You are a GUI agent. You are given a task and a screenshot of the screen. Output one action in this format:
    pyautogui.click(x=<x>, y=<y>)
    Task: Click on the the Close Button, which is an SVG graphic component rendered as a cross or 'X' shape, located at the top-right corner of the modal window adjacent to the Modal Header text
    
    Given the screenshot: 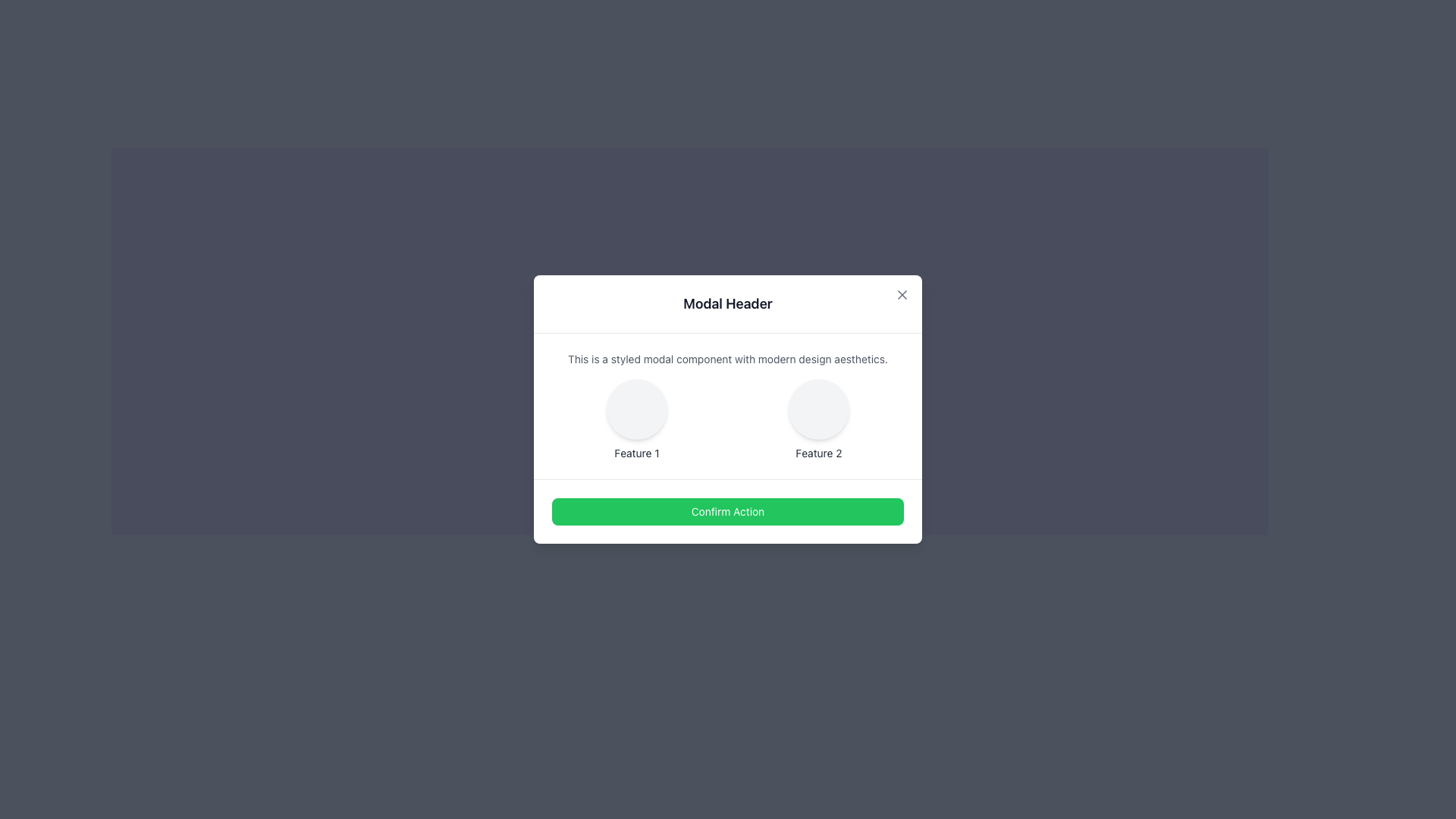 What is the action you would take?
    pyautogui.click(x=902, y=295)
    